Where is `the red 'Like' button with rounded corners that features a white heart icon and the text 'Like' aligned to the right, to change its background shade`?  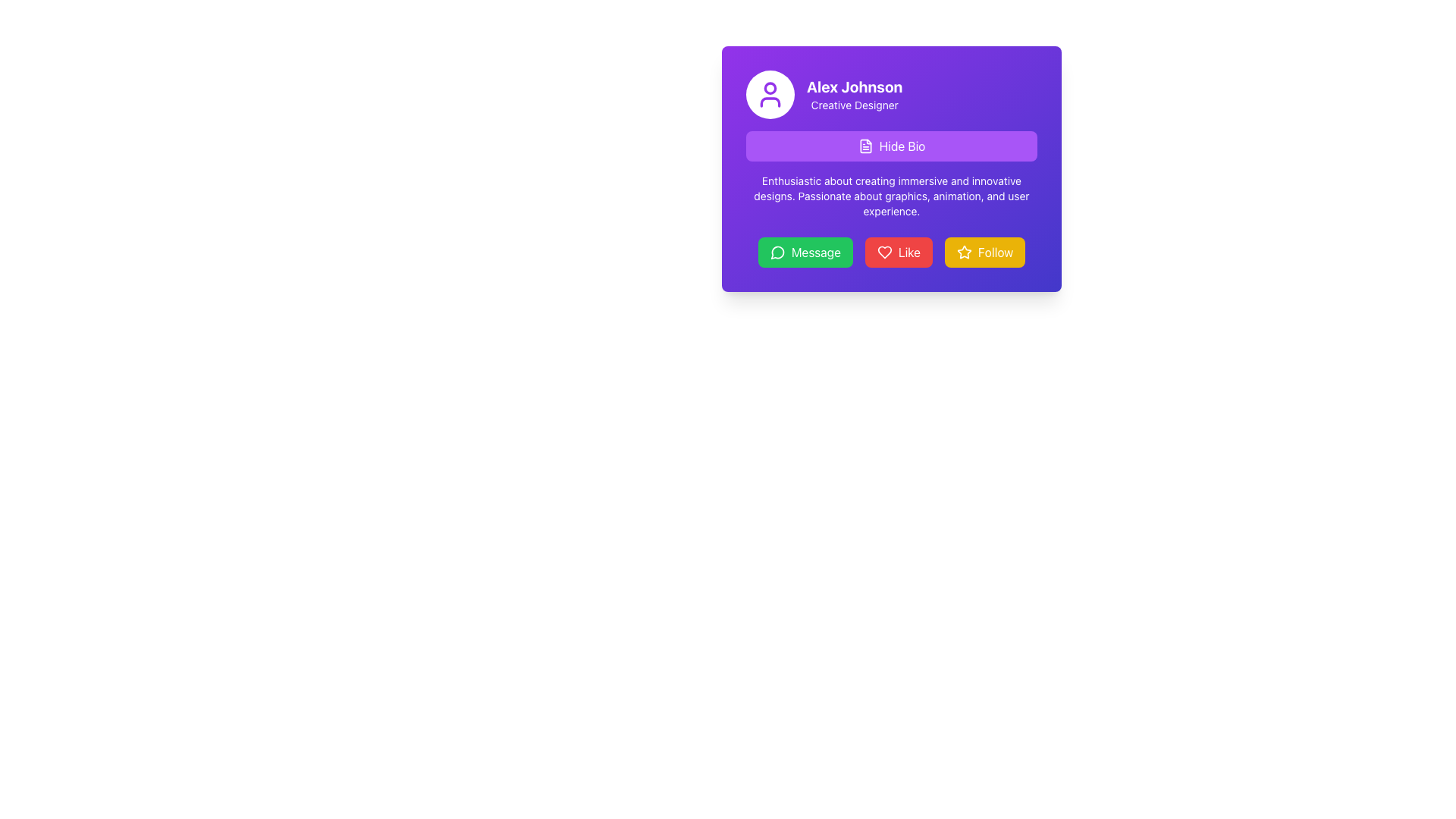
the red 'Like' button with rounded corners that features a white heart icon and the text 'Like' aligned to the right, to change its background shade is located at coordinates (899, 251).